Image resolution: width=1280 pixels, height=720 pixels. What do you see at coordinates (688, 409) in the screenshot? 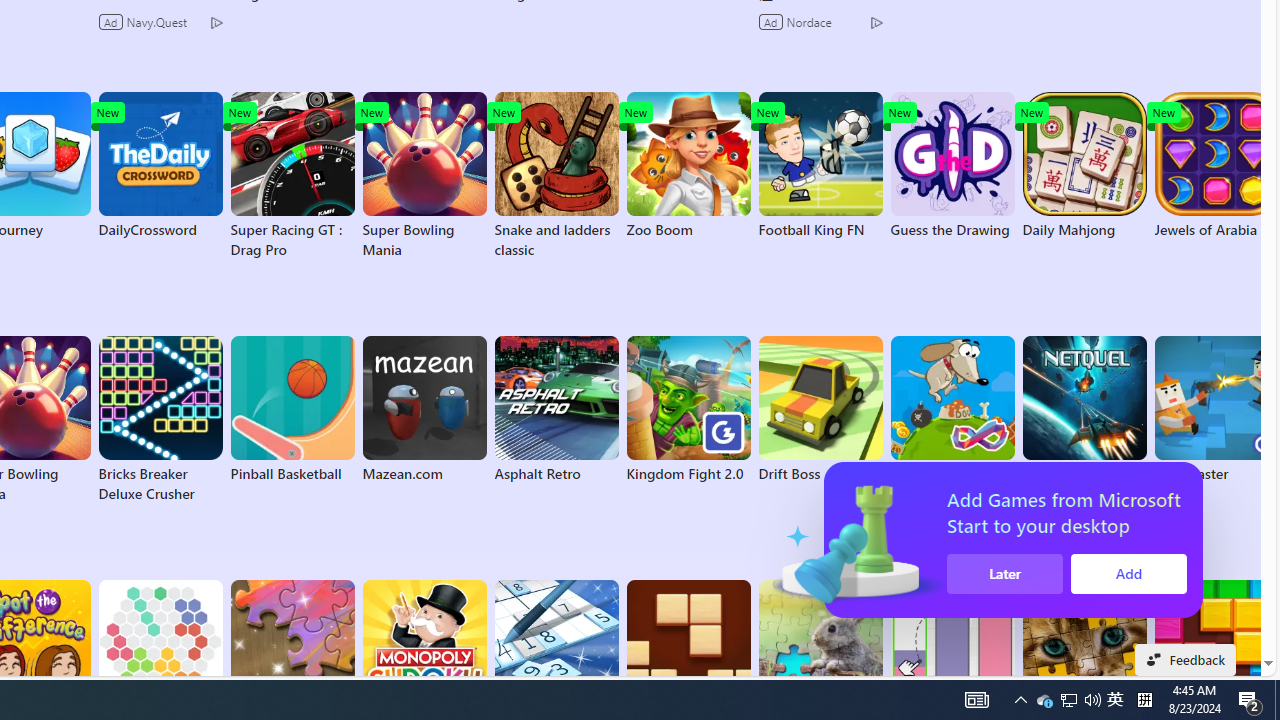
I see `'Kingdom Fight 2.0'` at bounding box center [688, 409].